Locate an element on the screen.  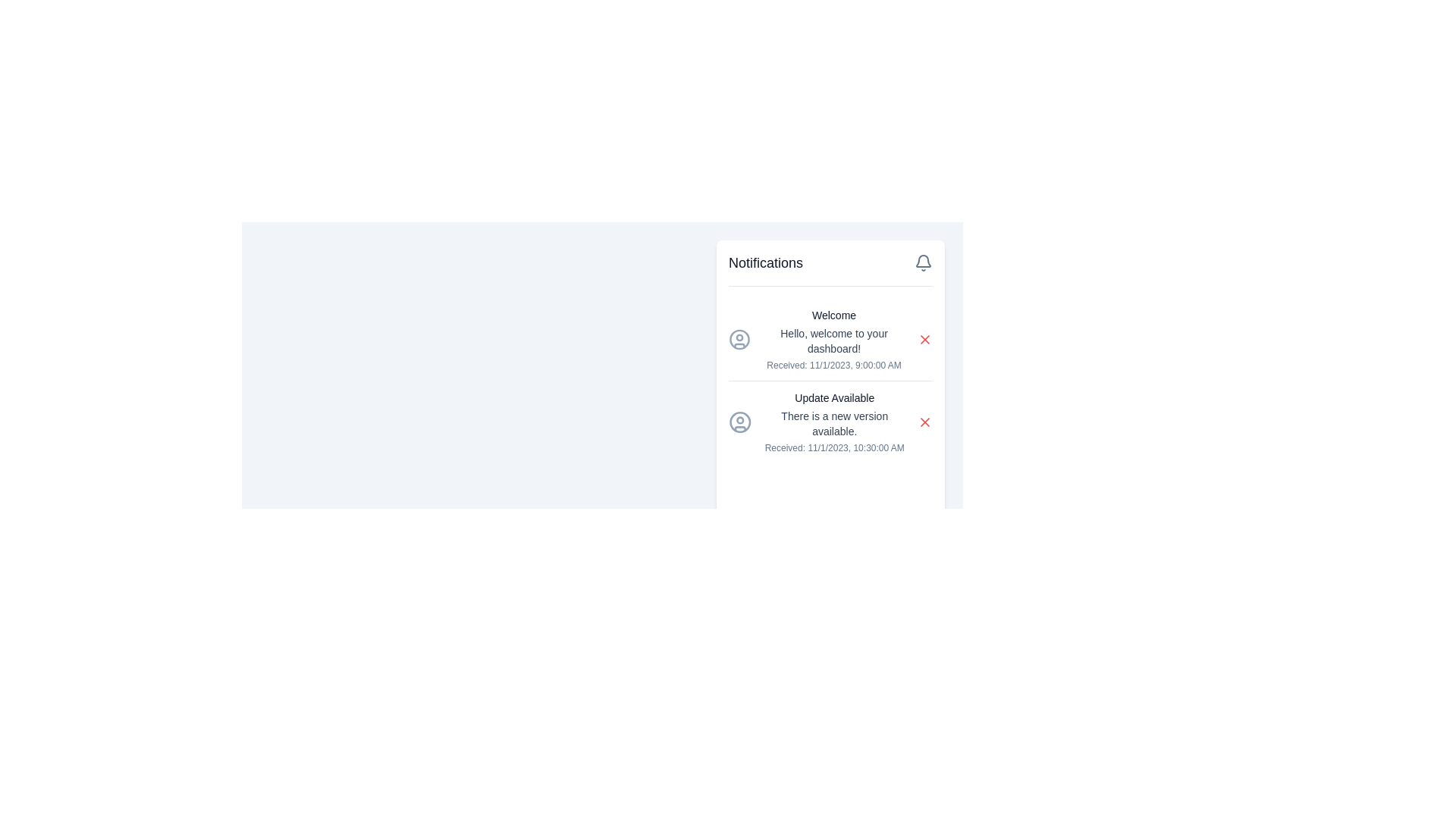
the outermost gray circular outline of the user profile icon located in the second notification entry of the notification drop-down panel is located at coordinates (739, 338).